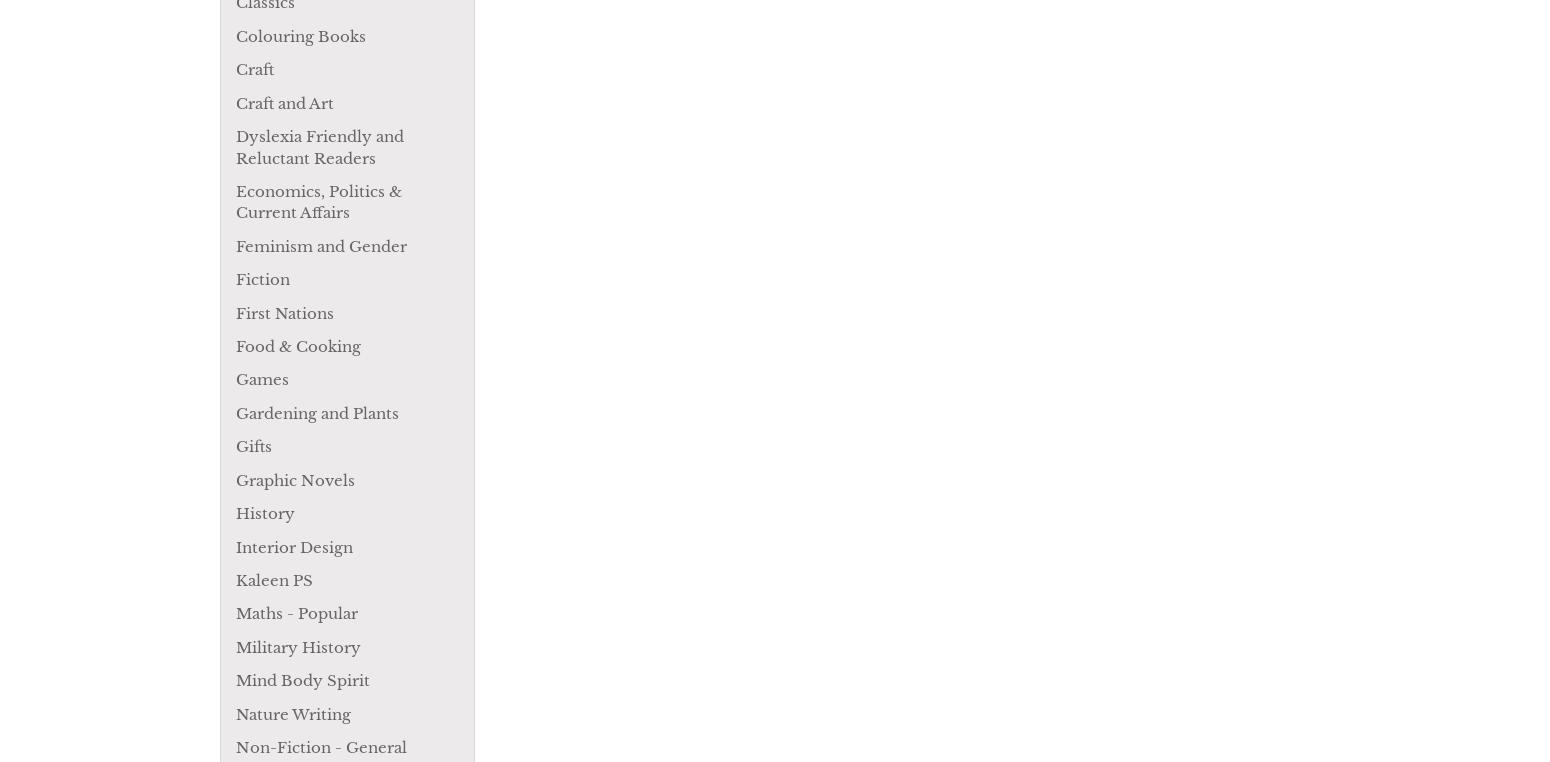 The width and height of the screenshot is (1550, 762). What do you see at coordinates (303, 679) in the screenshot?
I see `'Mind Body Spirit'` at bounding box center [303, 679].